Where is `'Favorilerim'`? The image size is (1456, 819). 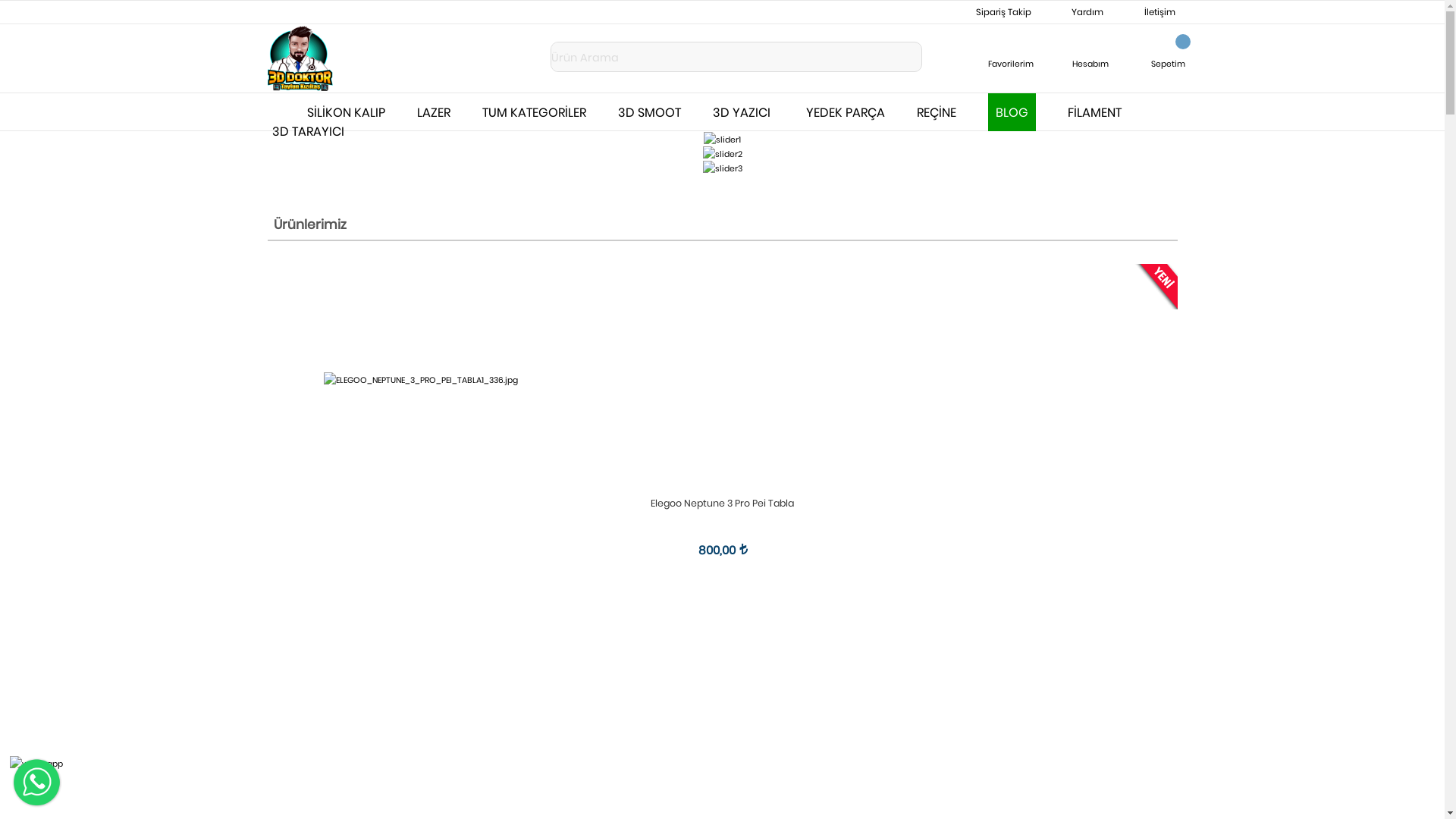
'Favorilerim' is located at coordinates (1011, 52).